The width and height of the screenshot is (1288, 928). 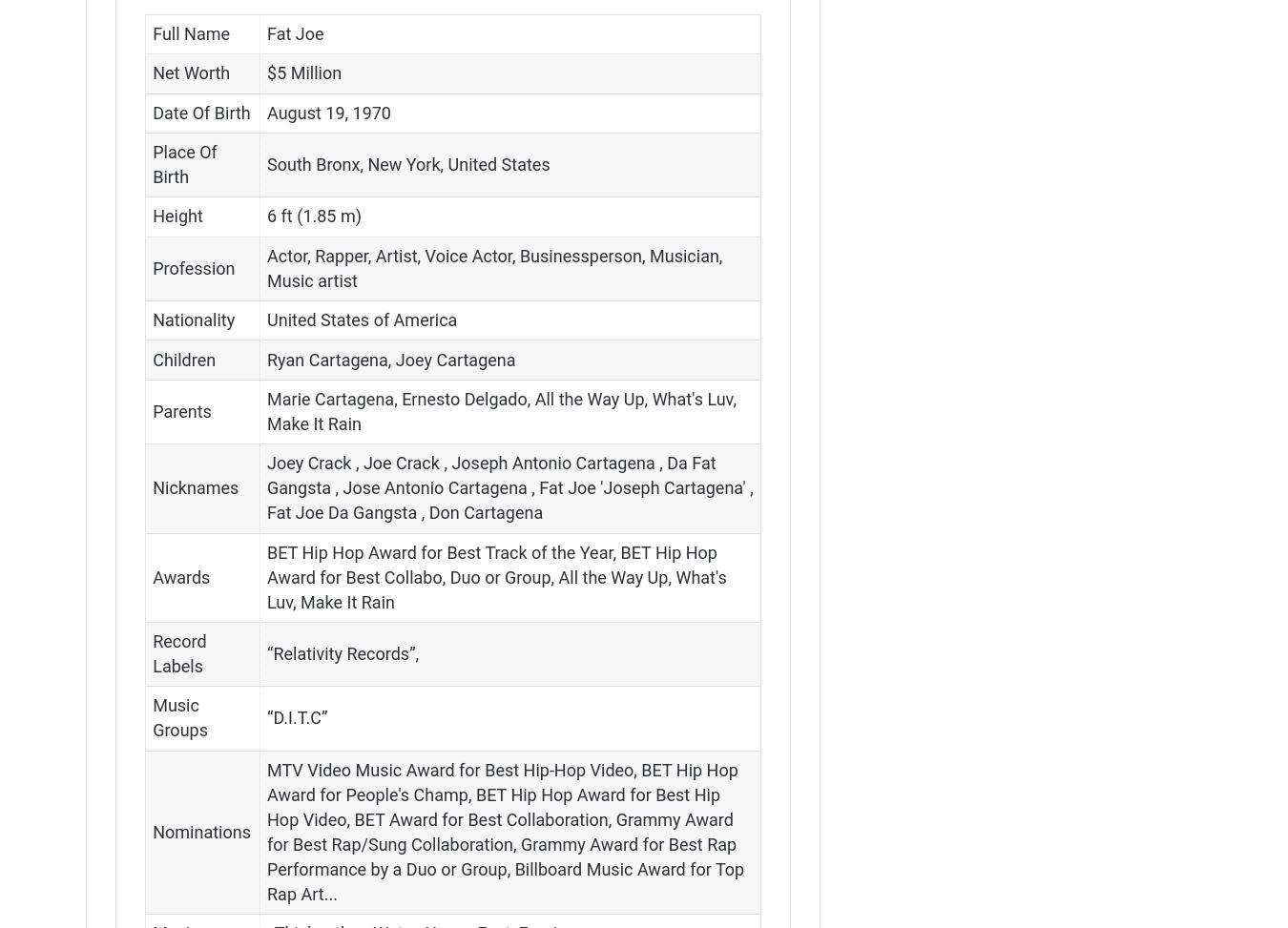 What do you see at coordinates (495, 576) in the screenshot?
I see `'BET Hip Hop Award for Best Track of the Year, BET Hip Hop Award for Best Collabo, Duo or Group, All the Way Up, What's Luv, Make It Rain'` at bounding box center [495, 576].